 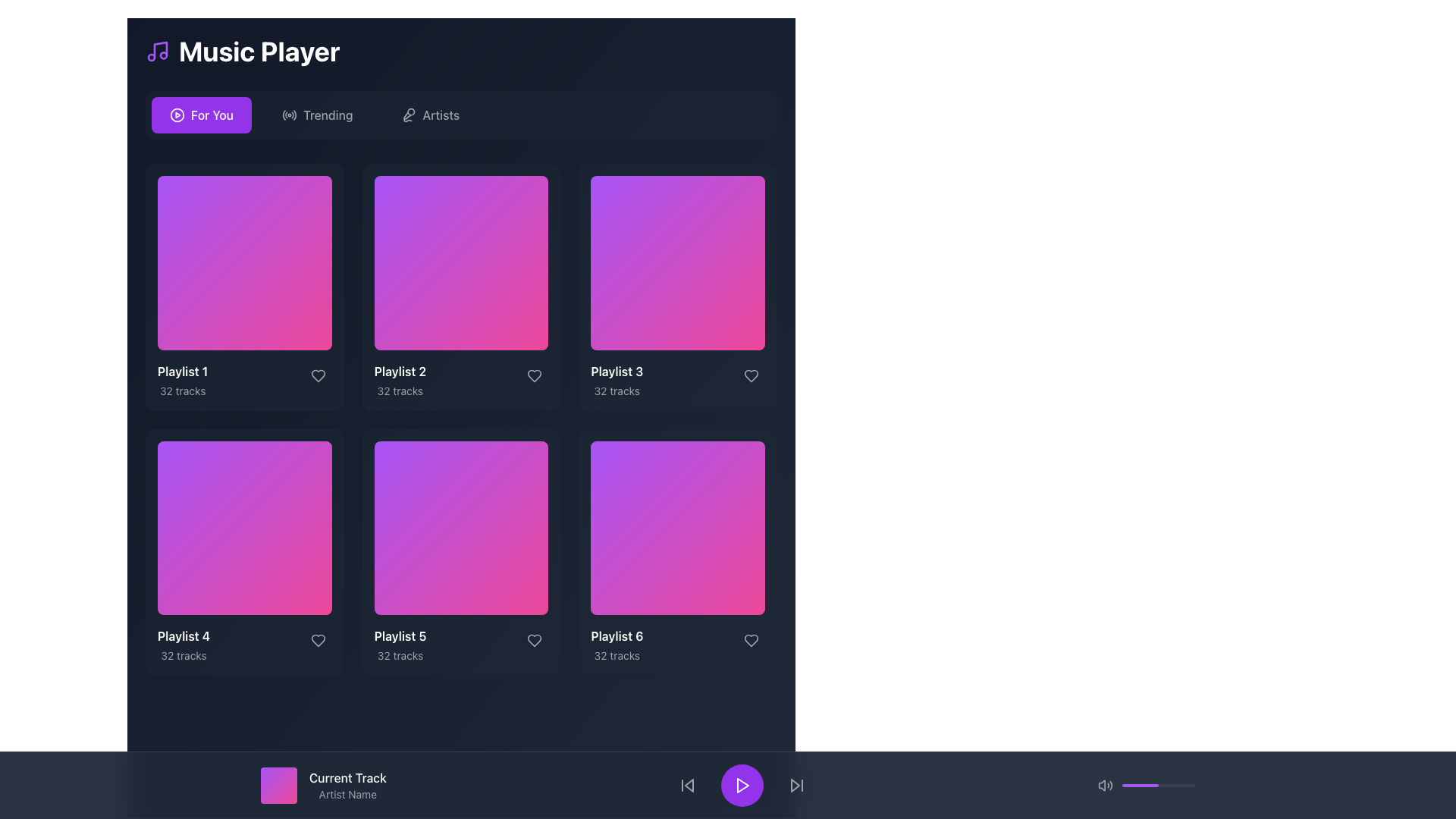 What do you see at coordinates (400, 390) in the screenshot?
I see `the text label '32 tracks,' which is styled in gray and located below the title 'Playlist 2' in the second playlist card` at bounding box center [400, 390].